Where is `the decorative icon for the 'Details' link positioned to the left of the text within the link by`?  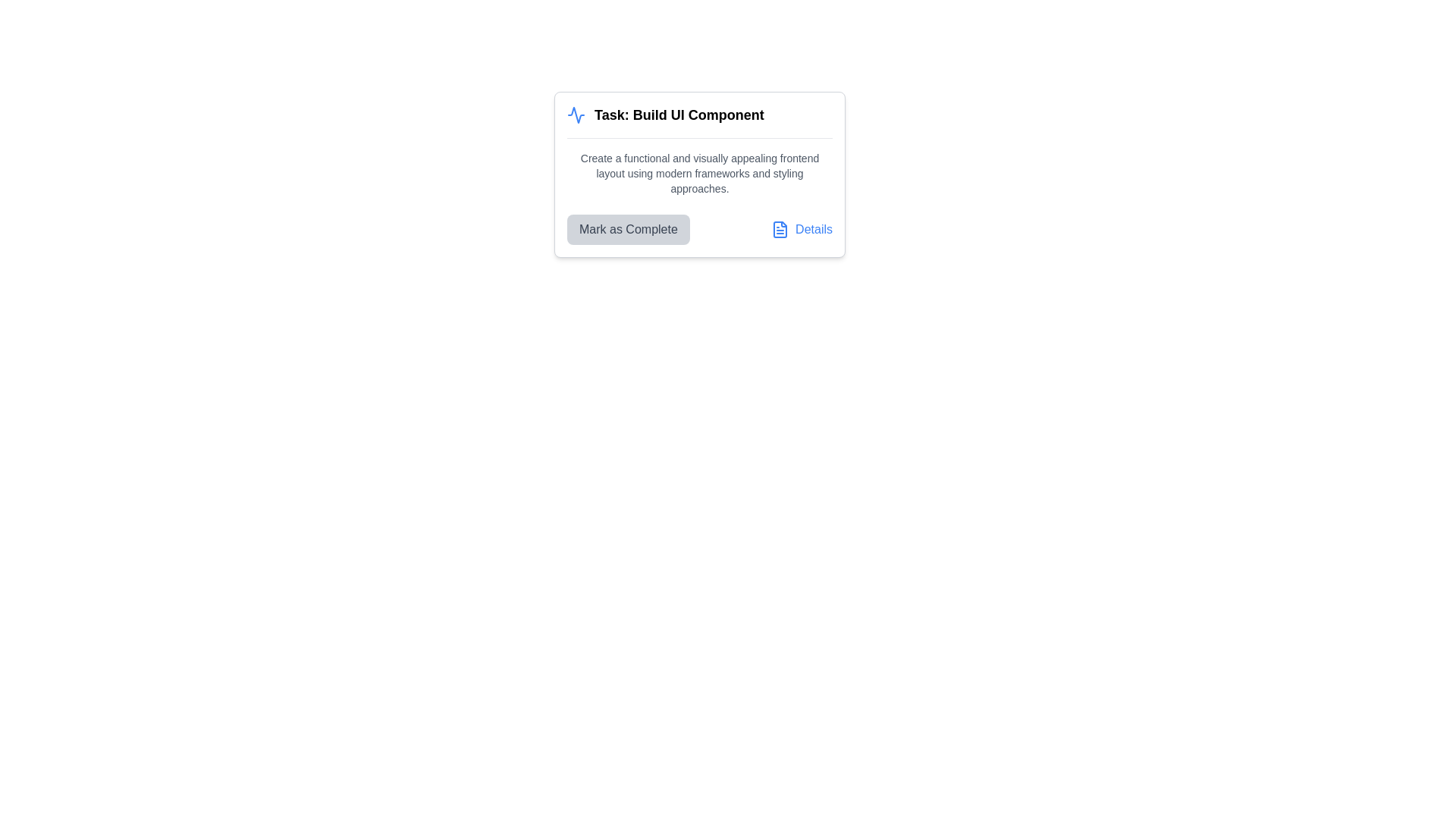 the decorative icon for the 'Details' link positioned to the left of the text within the link by is located at coordinates (780, 230).